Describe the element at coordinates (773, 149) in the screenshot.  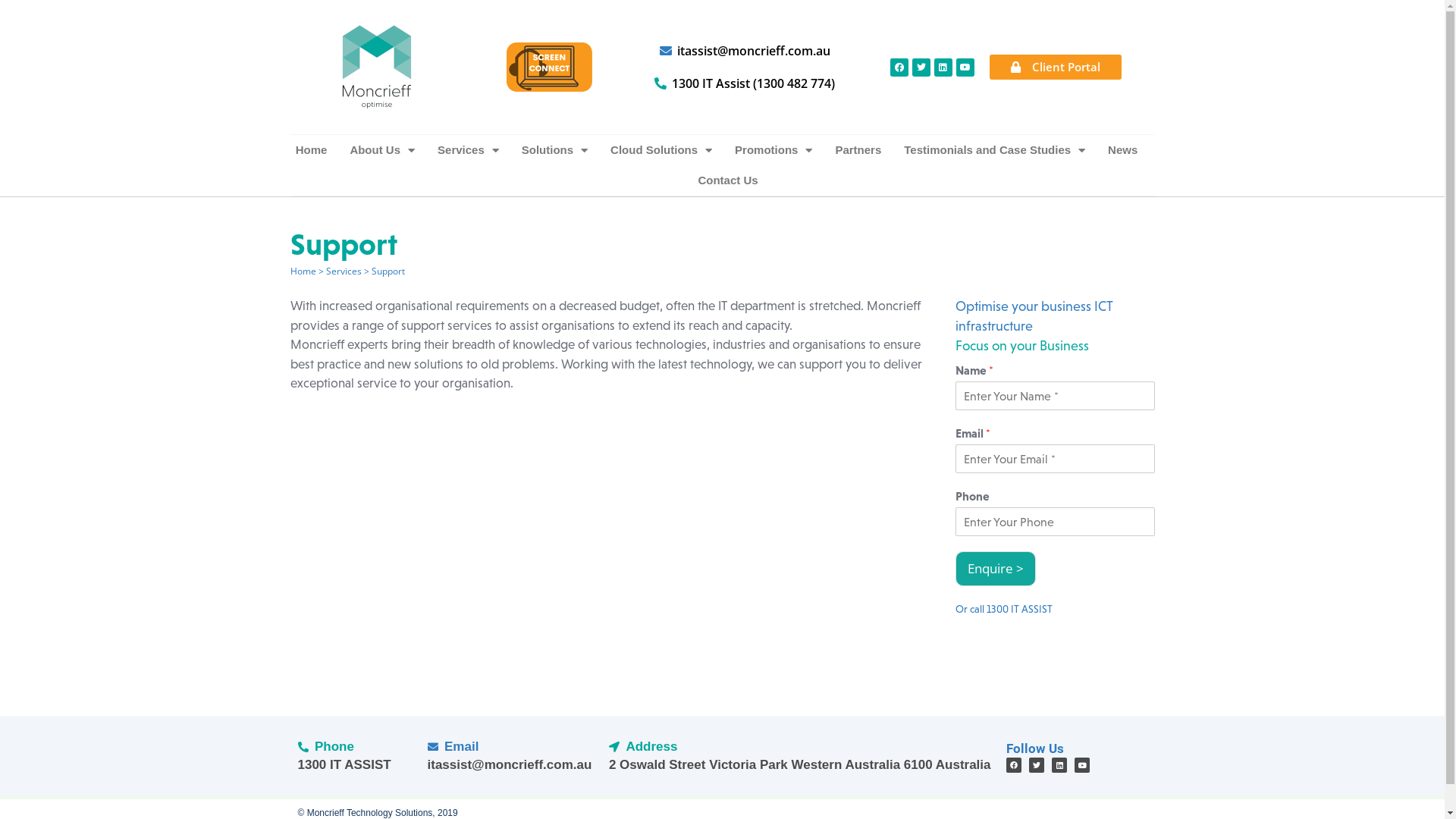
I see `'Promotions'` at that location.